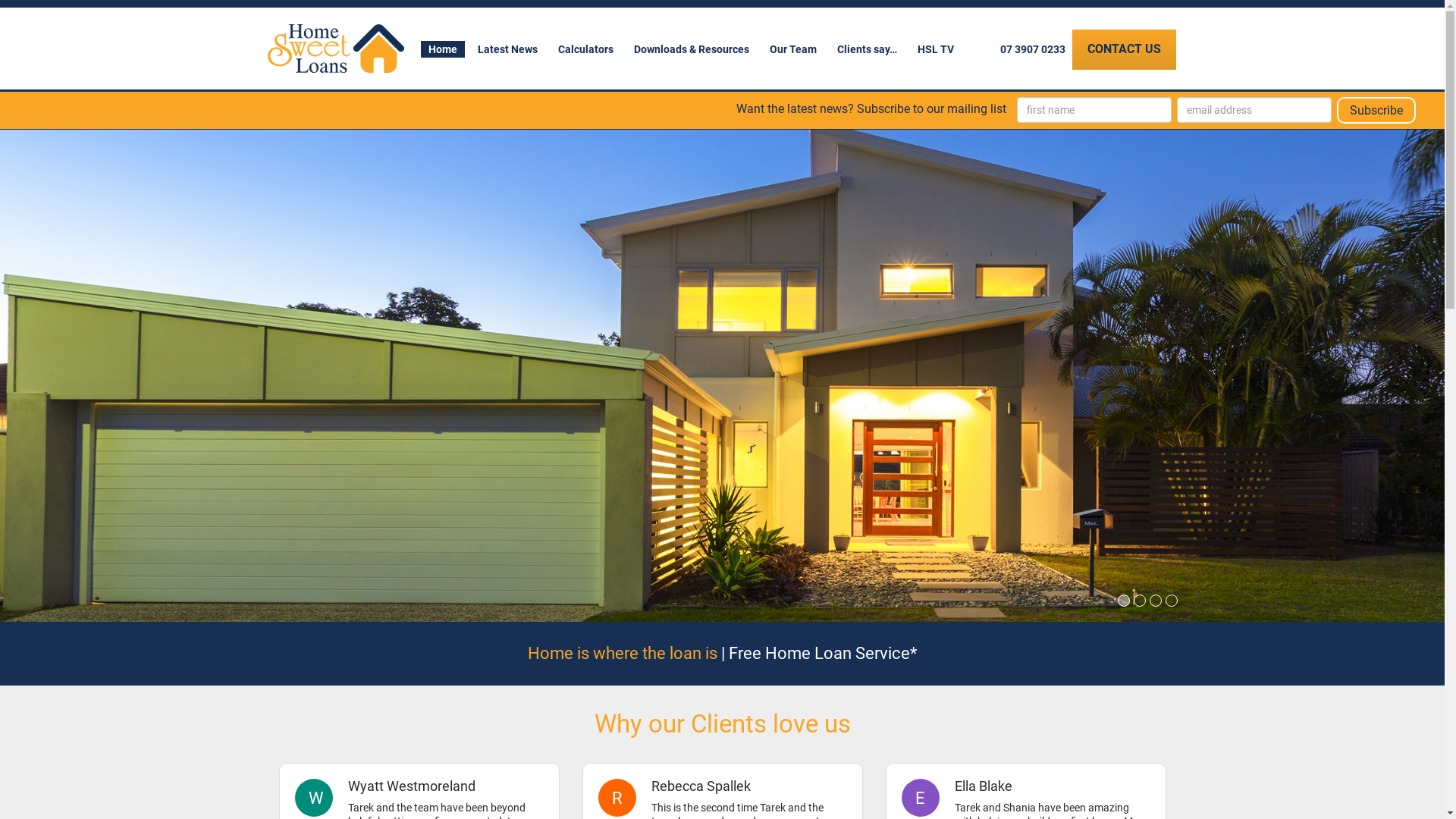  I want to click on 'HSL TV', so click(910, 49).